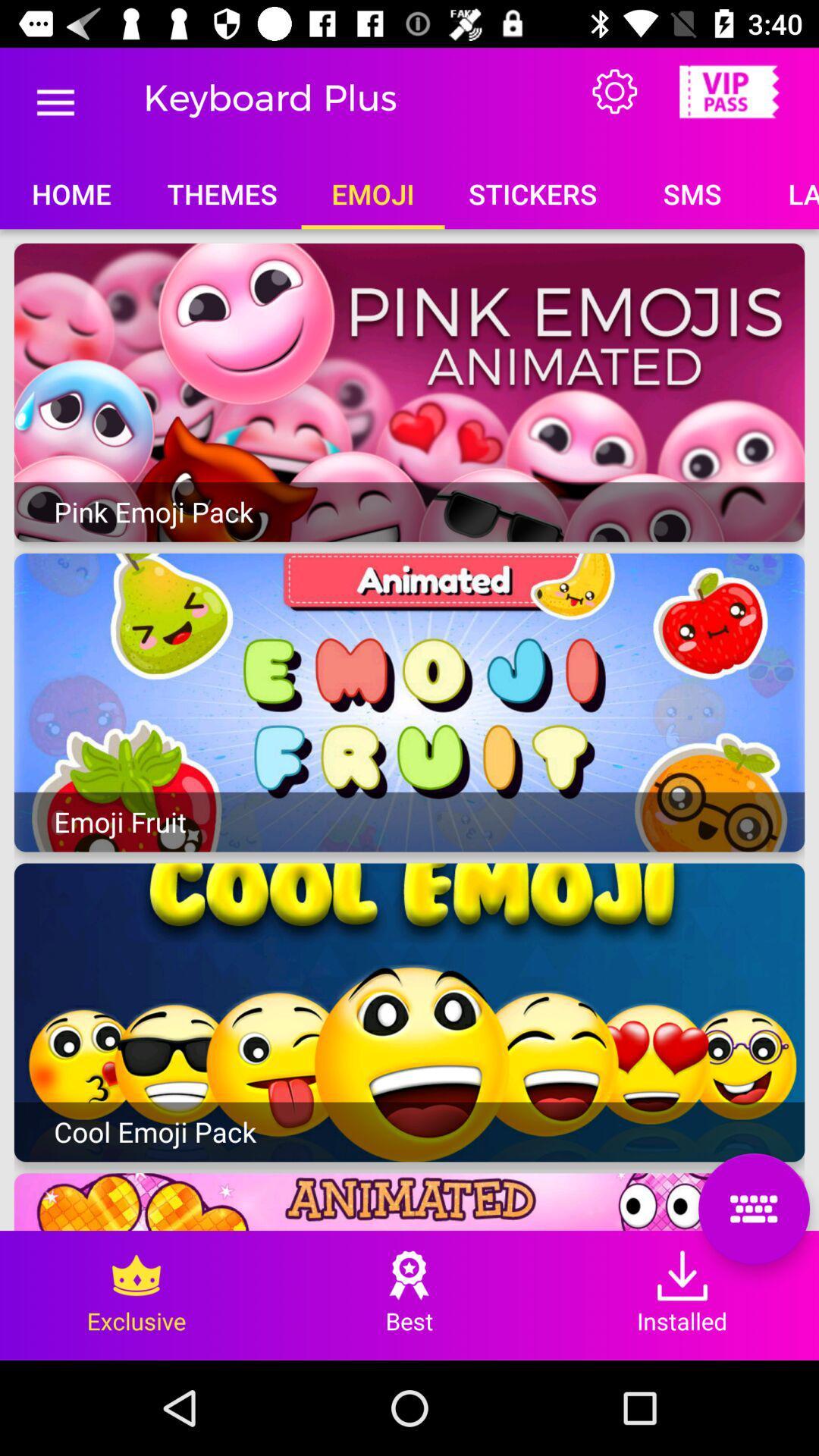  What do you see at coordinates (409, 1274) in the screenshot?
I see `the icon which is just above the best` at bounding box center [409, 1274].